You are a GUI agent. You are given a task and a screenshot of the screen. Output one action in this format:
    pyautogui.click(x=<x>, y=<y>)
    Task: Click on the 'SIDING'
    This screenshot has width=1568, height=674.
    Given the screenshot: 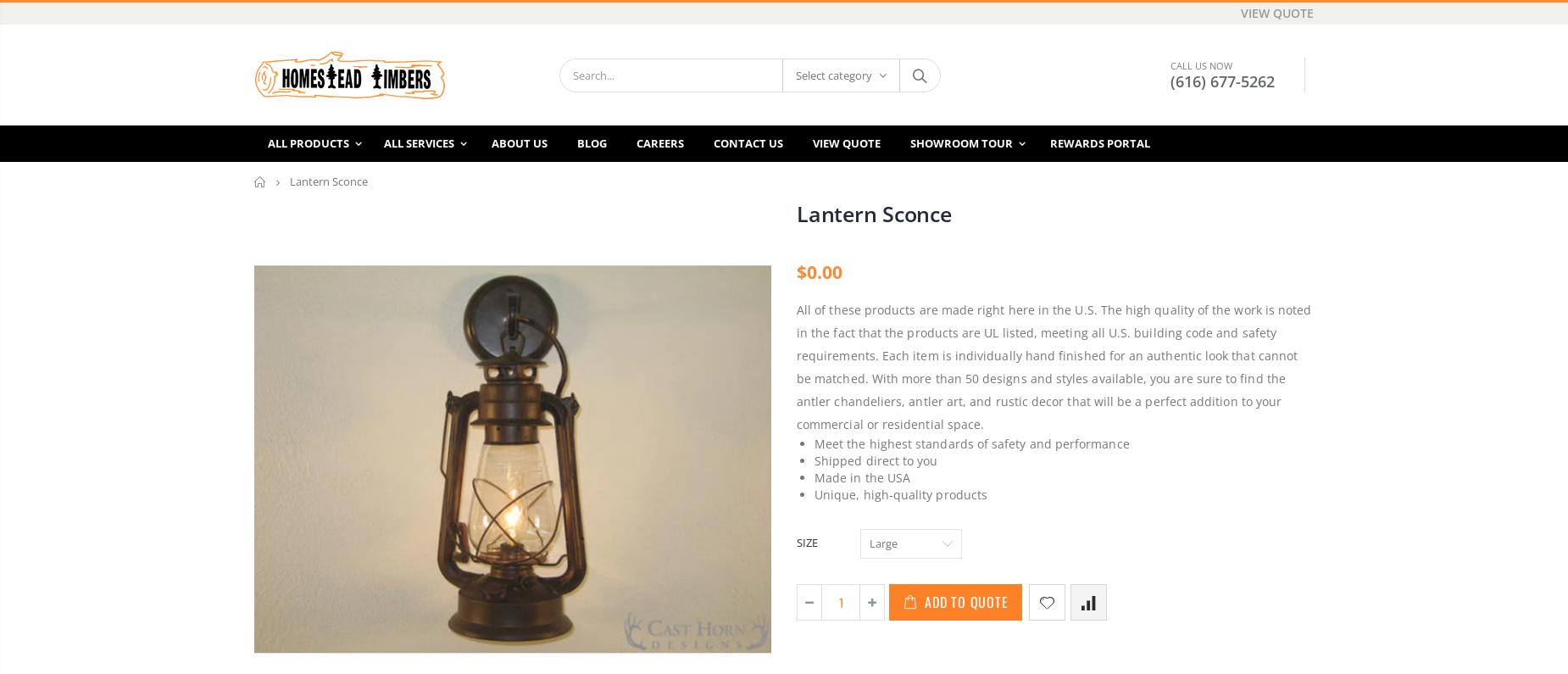 What is the action you would take?
    pyautogui.click(x=292, y=189)
    